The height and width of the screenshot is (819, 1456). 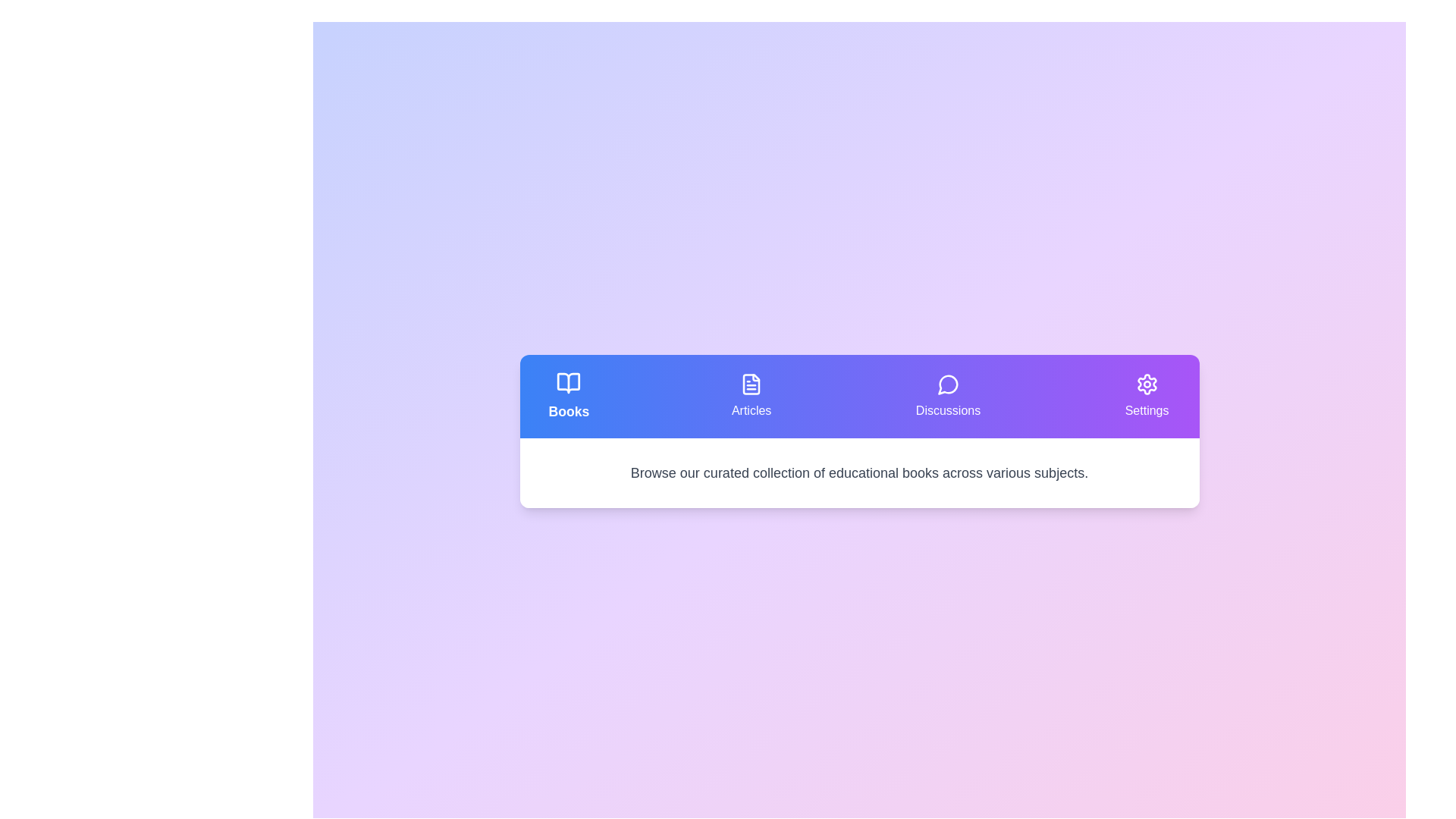 I want to click on the Discussions tab, so click(x=947, y=396).